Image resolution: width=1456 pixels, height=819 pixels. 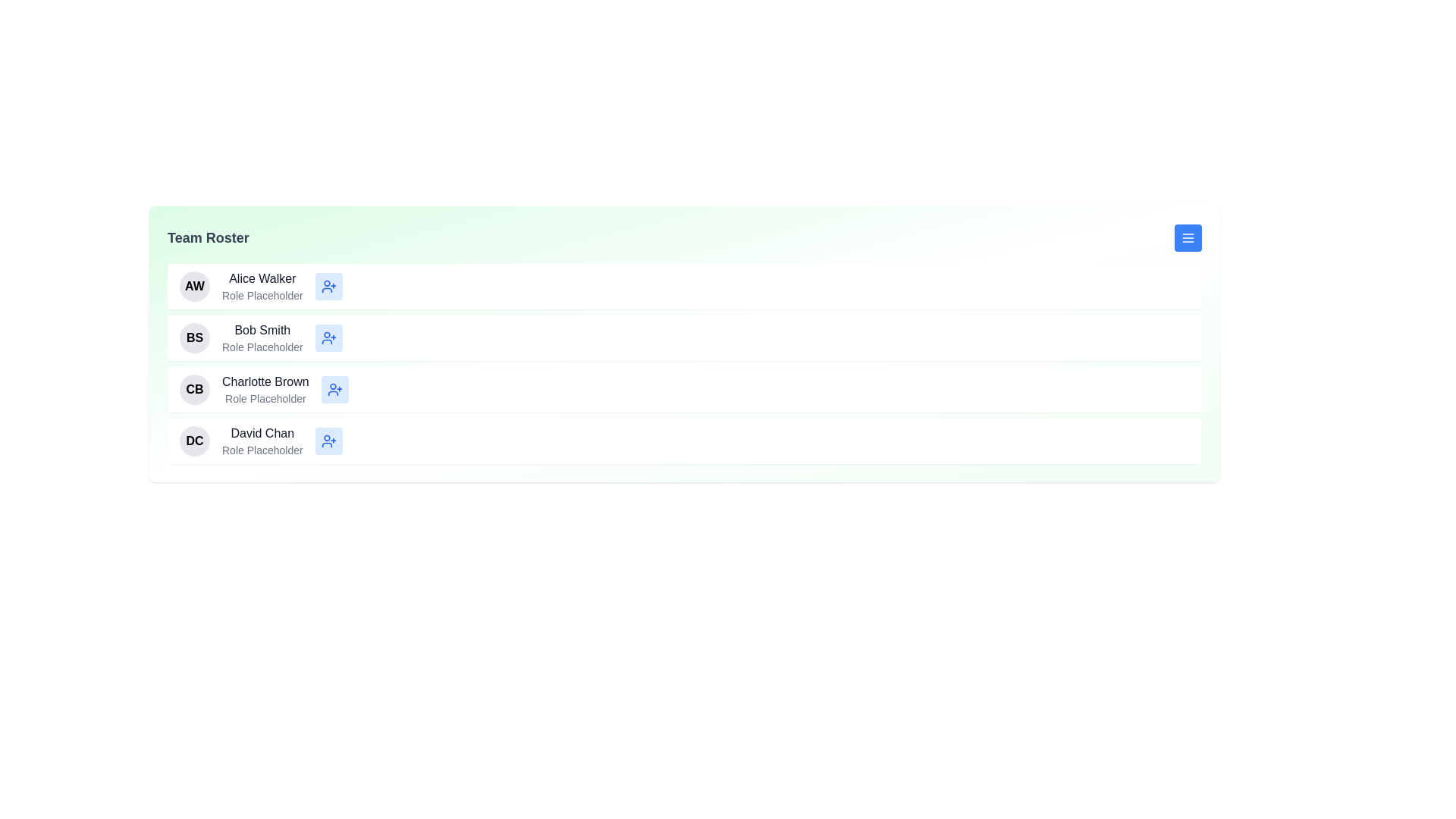 I want to click on the interactive button to add or invite someone, located next to the user information for 'Bob Smith', so click(x=328, y=337).